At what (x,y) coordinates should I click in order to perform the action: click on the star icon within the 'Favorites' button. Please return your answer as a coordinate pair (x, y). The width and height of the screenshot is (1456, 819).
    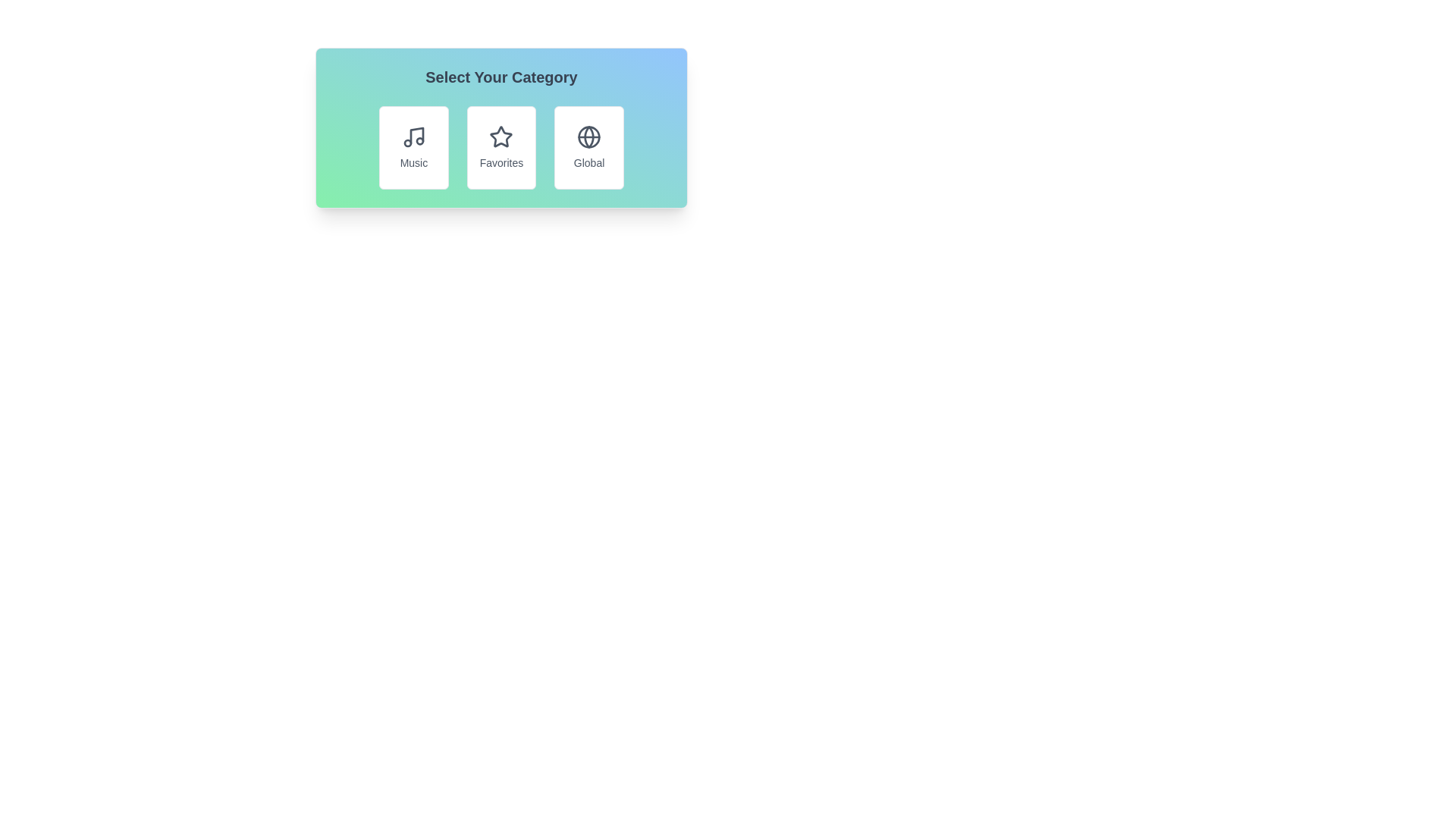
    Looking at the image, I should click on (501, 137).